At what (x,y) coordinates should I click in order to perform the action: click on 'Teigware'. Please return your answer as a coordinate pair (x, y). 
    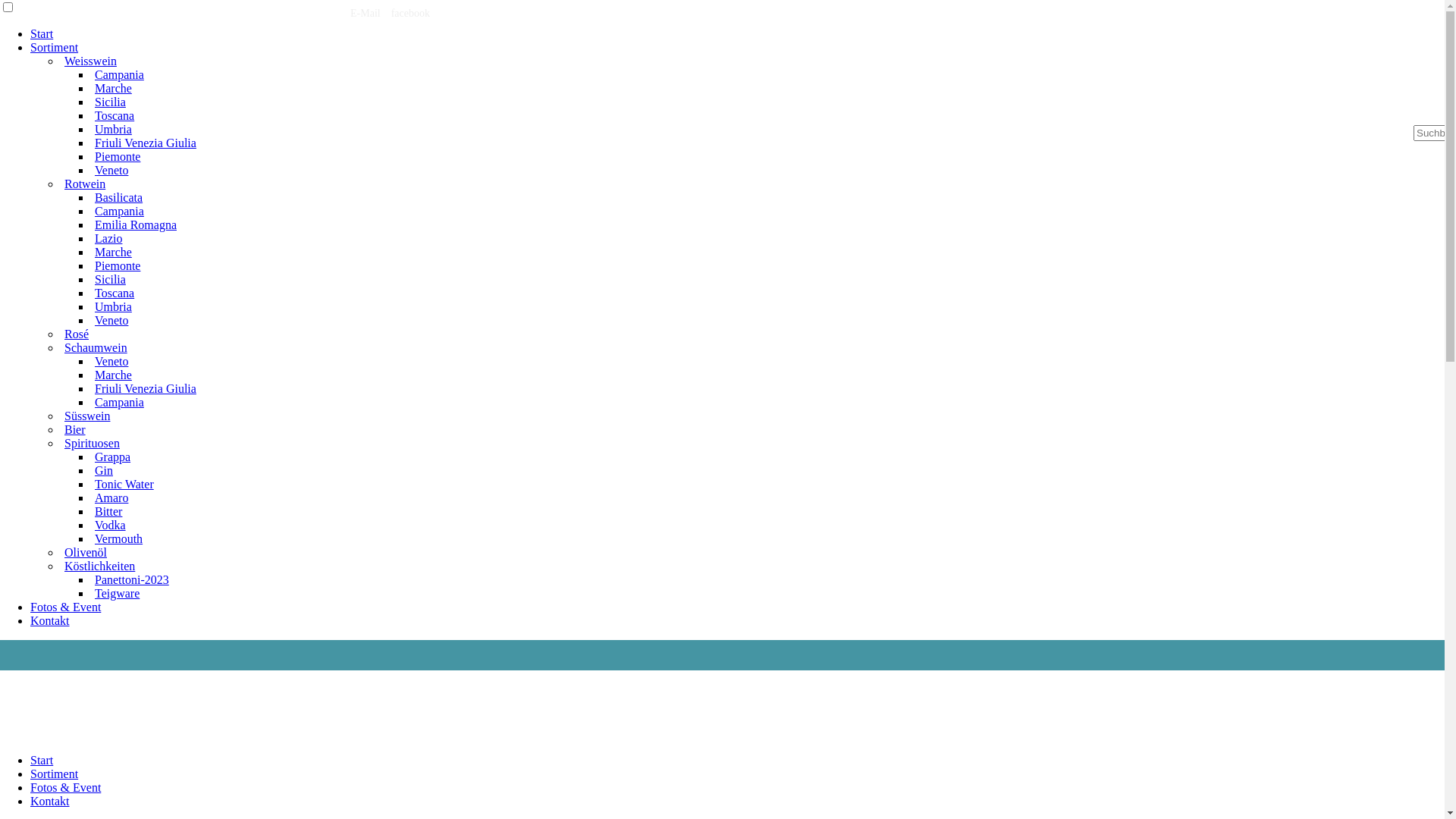
    Looking at the image, I should click on (116, 592).